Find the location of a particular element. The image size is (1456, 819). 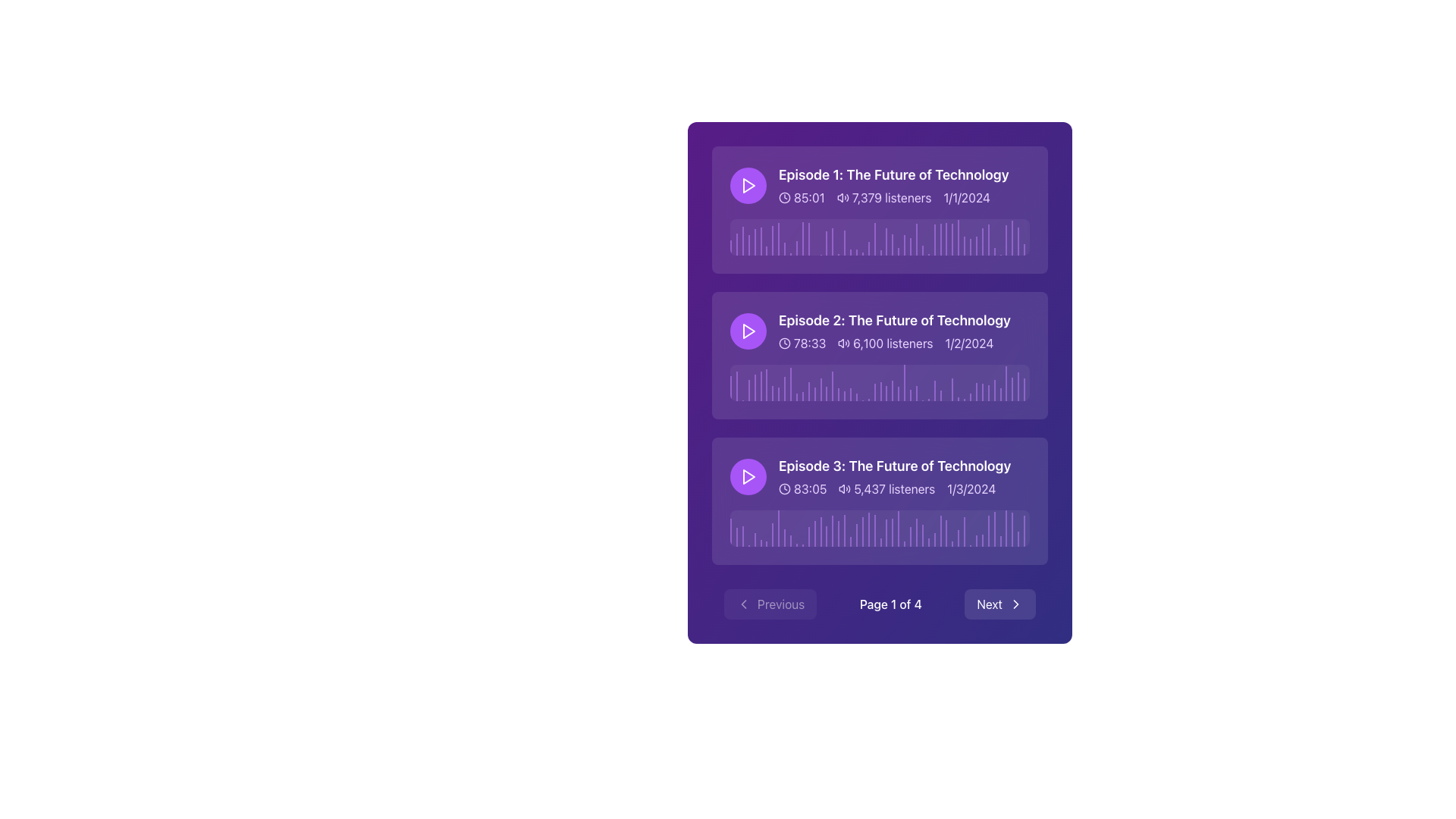

the position of the distinctive purple vertical bar within the waveform section of the episode card titled 'Episode 3: The Future of Technology' is located at coordinates (940, 530).